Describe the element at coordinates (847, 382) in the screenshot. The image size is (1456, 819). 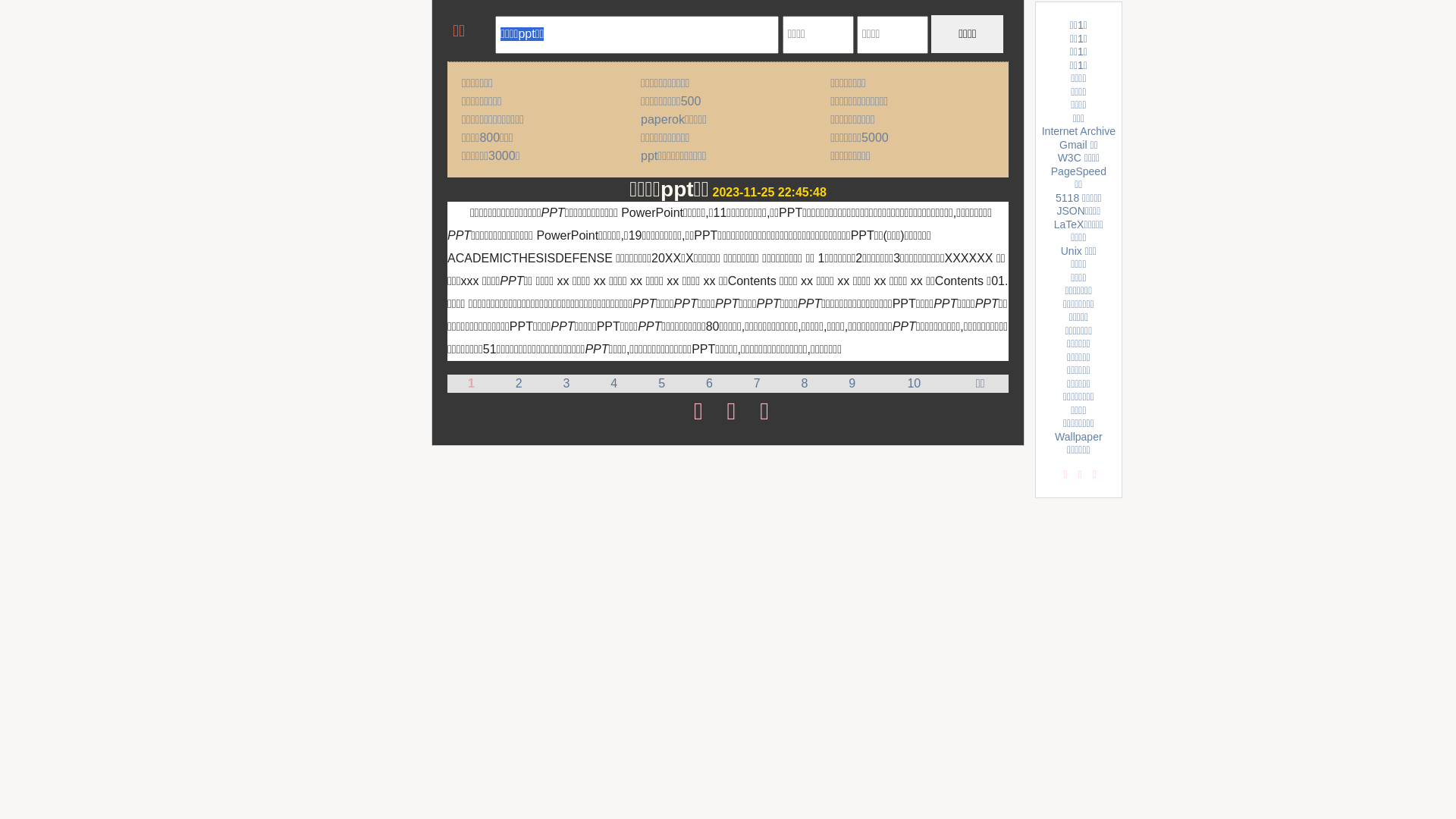
I see `'9'` at that location.